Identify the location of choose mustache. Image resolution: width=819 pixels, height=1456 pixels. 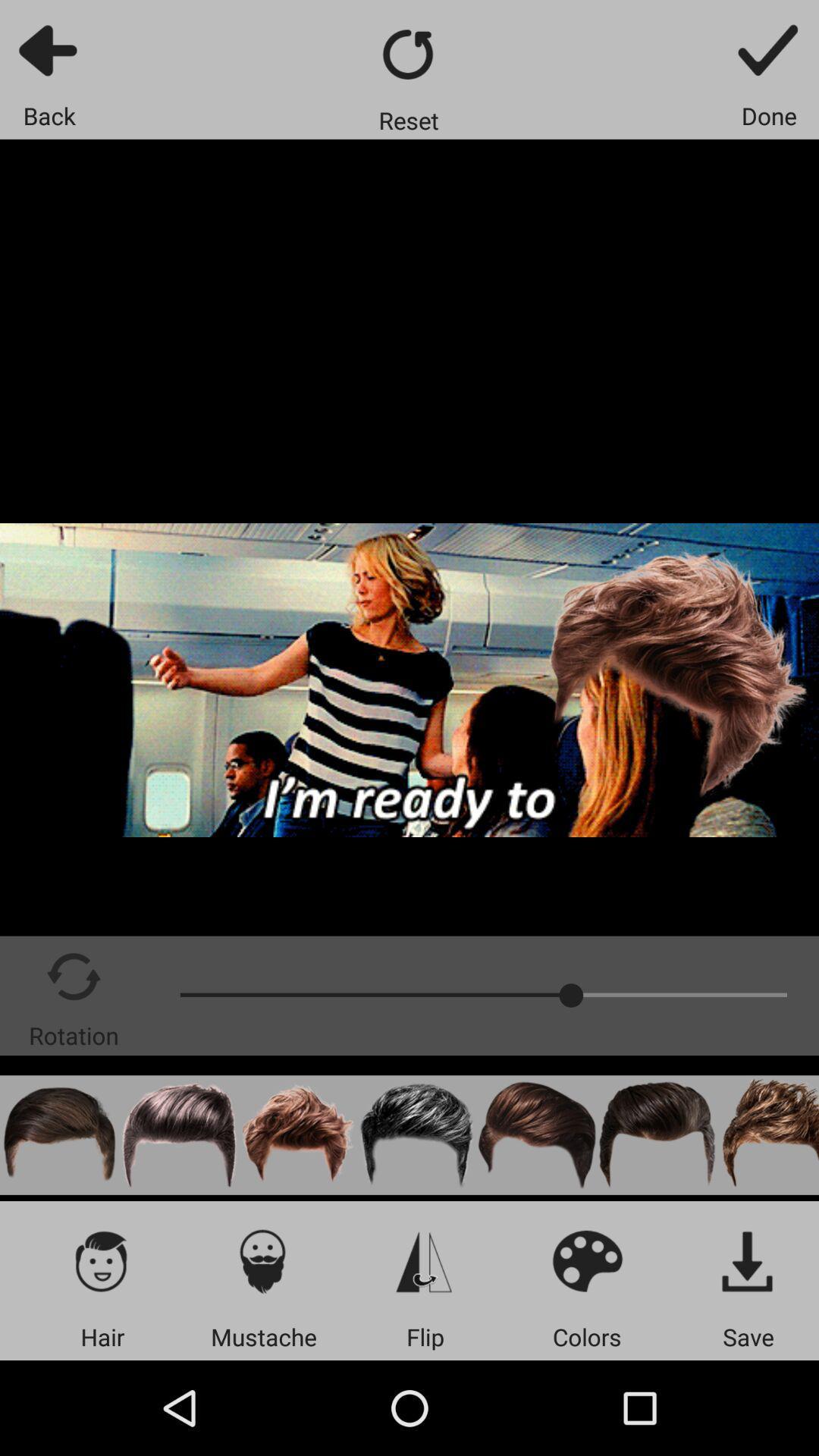
(262, 1260).